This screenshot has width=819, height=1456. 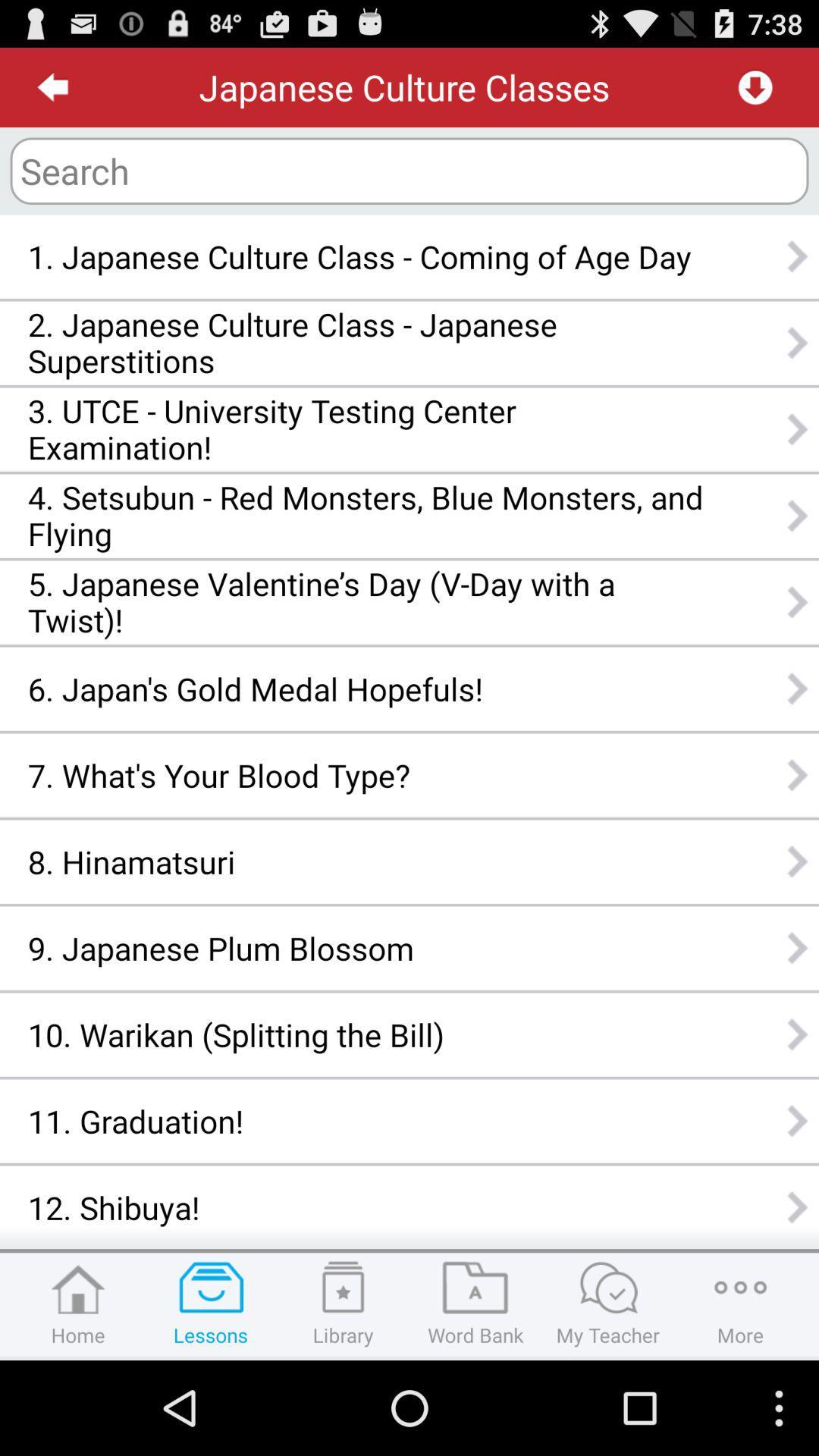 I want to click on sixth next button which is after japans gold medal hopefuls, so click(x=798, y=687).